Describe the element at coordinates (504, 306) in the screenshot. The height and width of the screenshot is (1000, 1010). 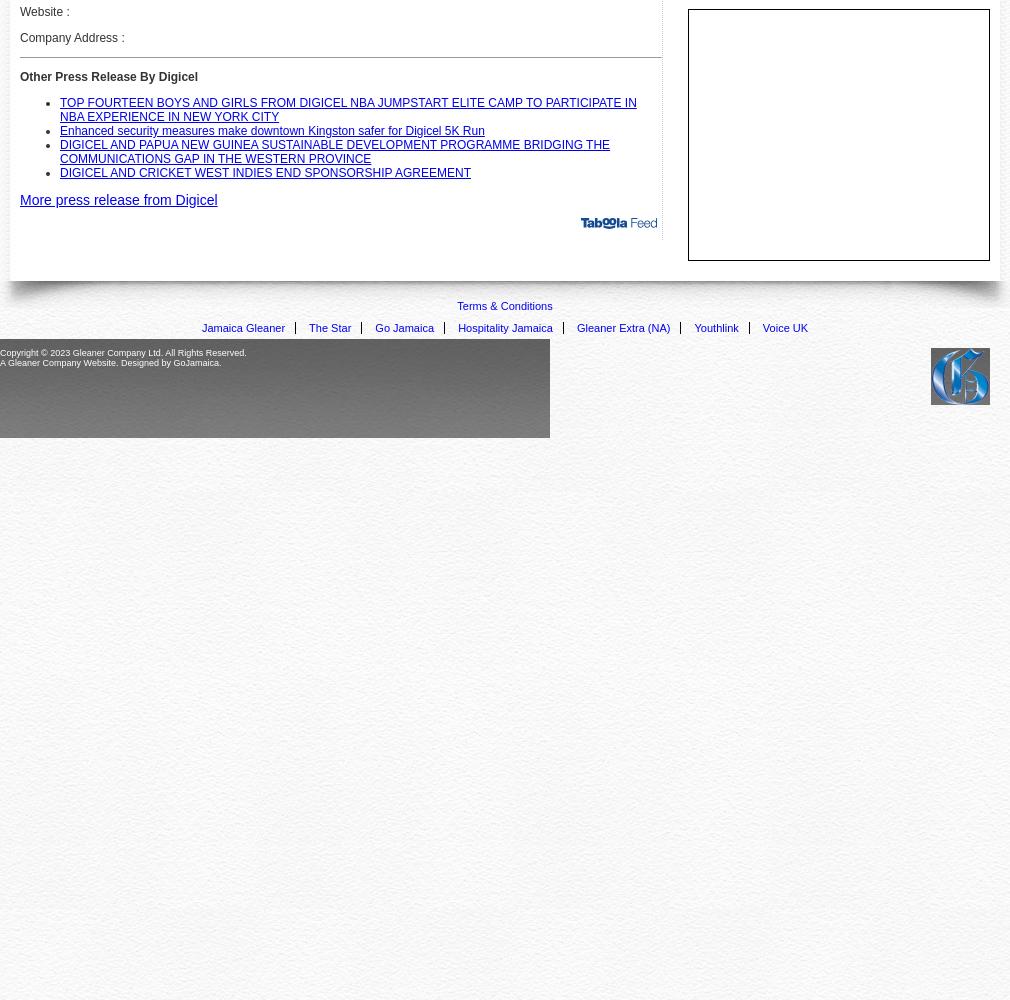
I see `'Terms & Conditions'` at that location.